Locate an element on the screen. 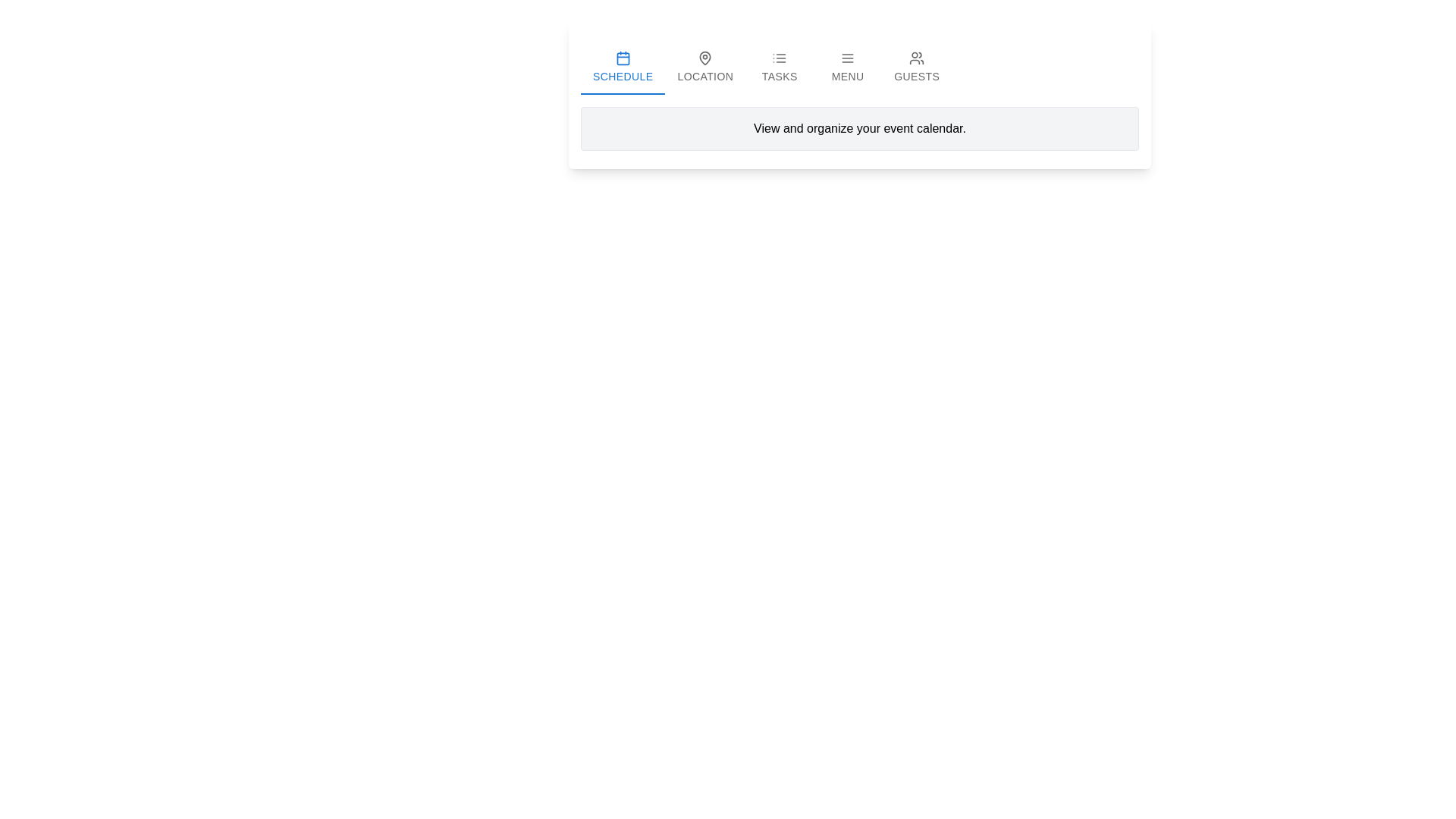 This screenshot has width=1456, height=819. the 'Guests' tab button in the navigation bar is located at coordinates (916, 66).